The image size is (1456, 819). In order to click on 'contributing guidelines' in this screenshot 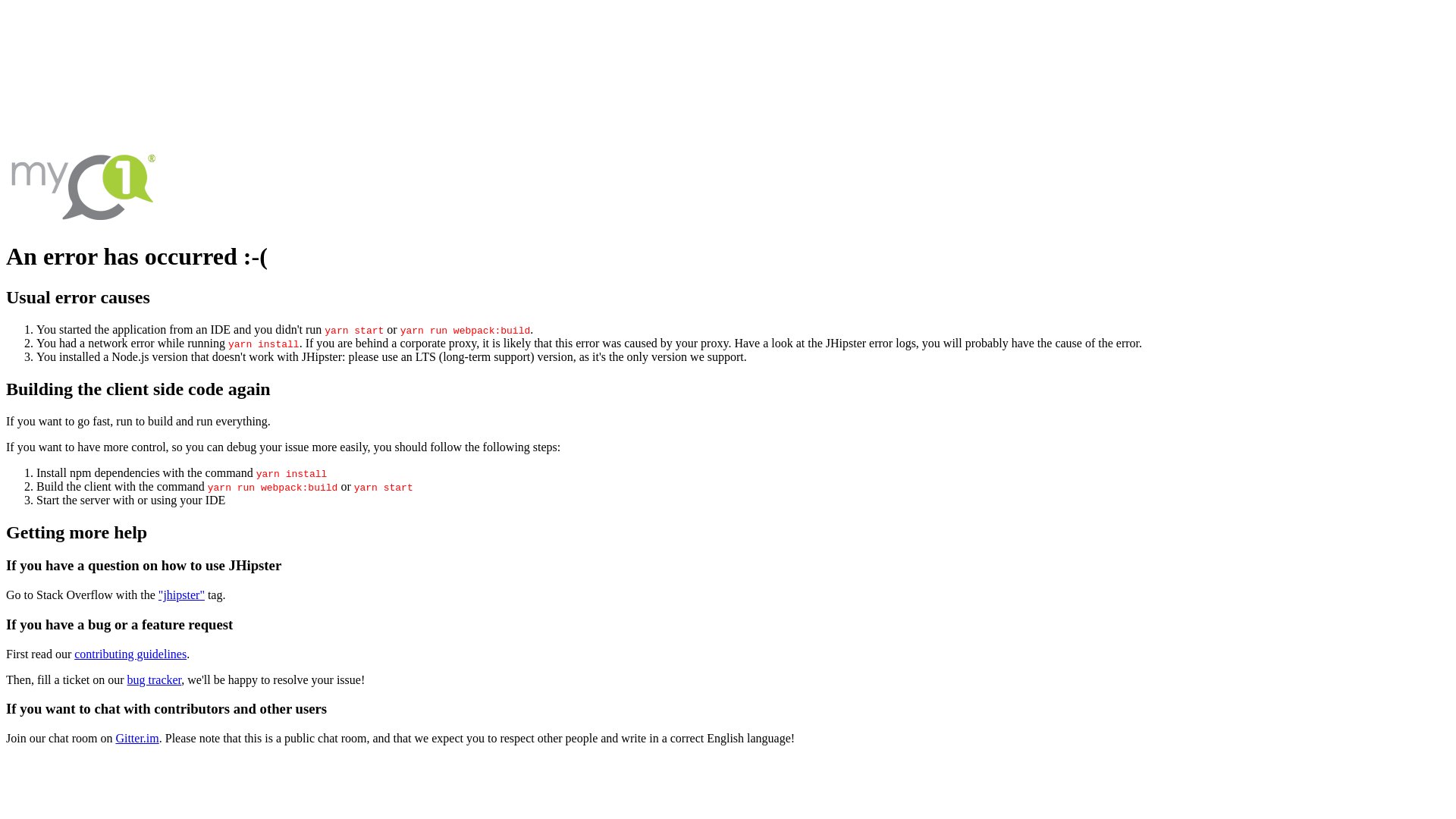, I will do `click(130, 653)`.